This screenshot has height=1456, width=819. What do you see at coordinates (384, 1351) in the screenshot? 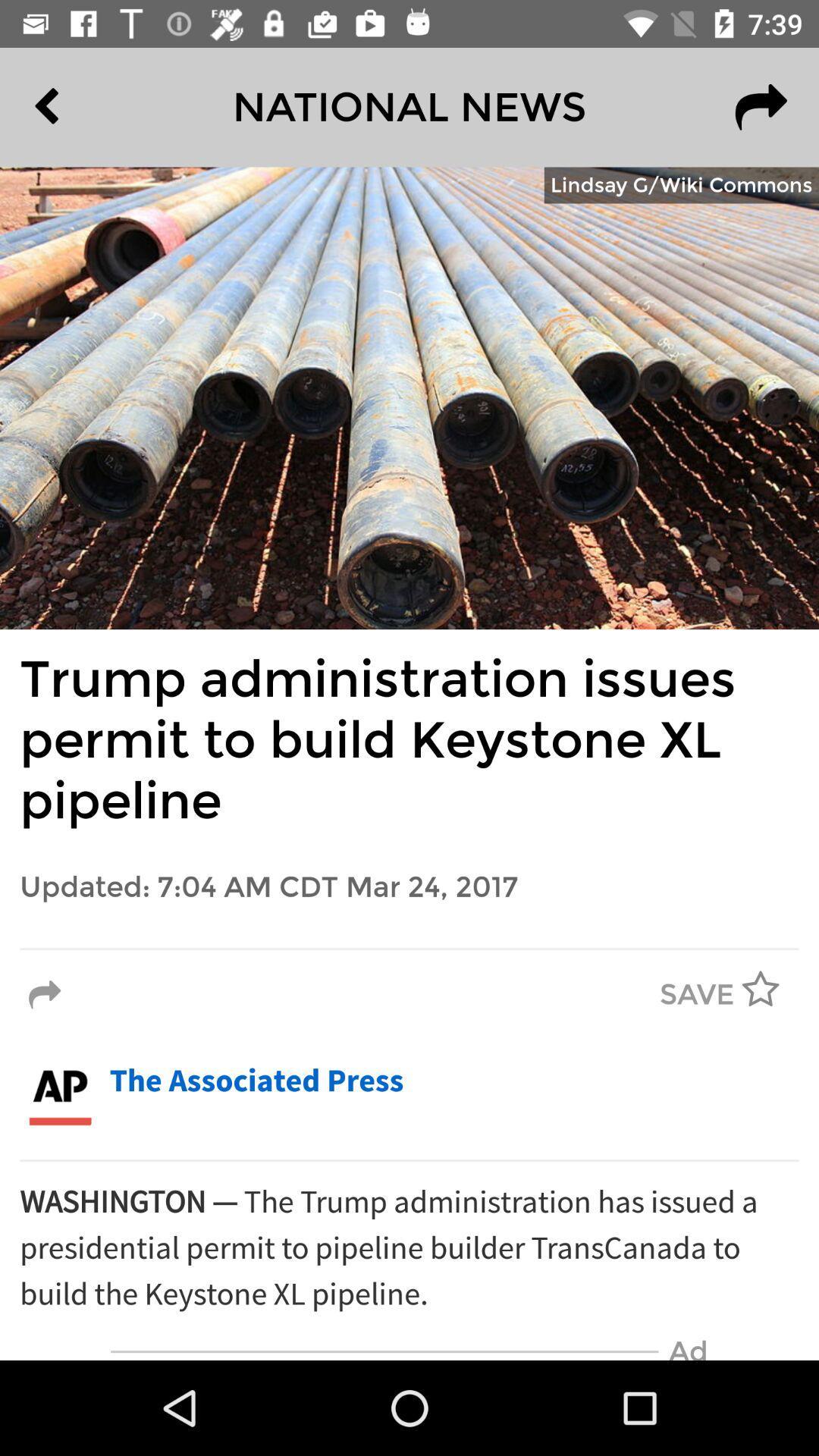
I see `the icon to the left of the ad icon` at bounding box center [384, 1351].